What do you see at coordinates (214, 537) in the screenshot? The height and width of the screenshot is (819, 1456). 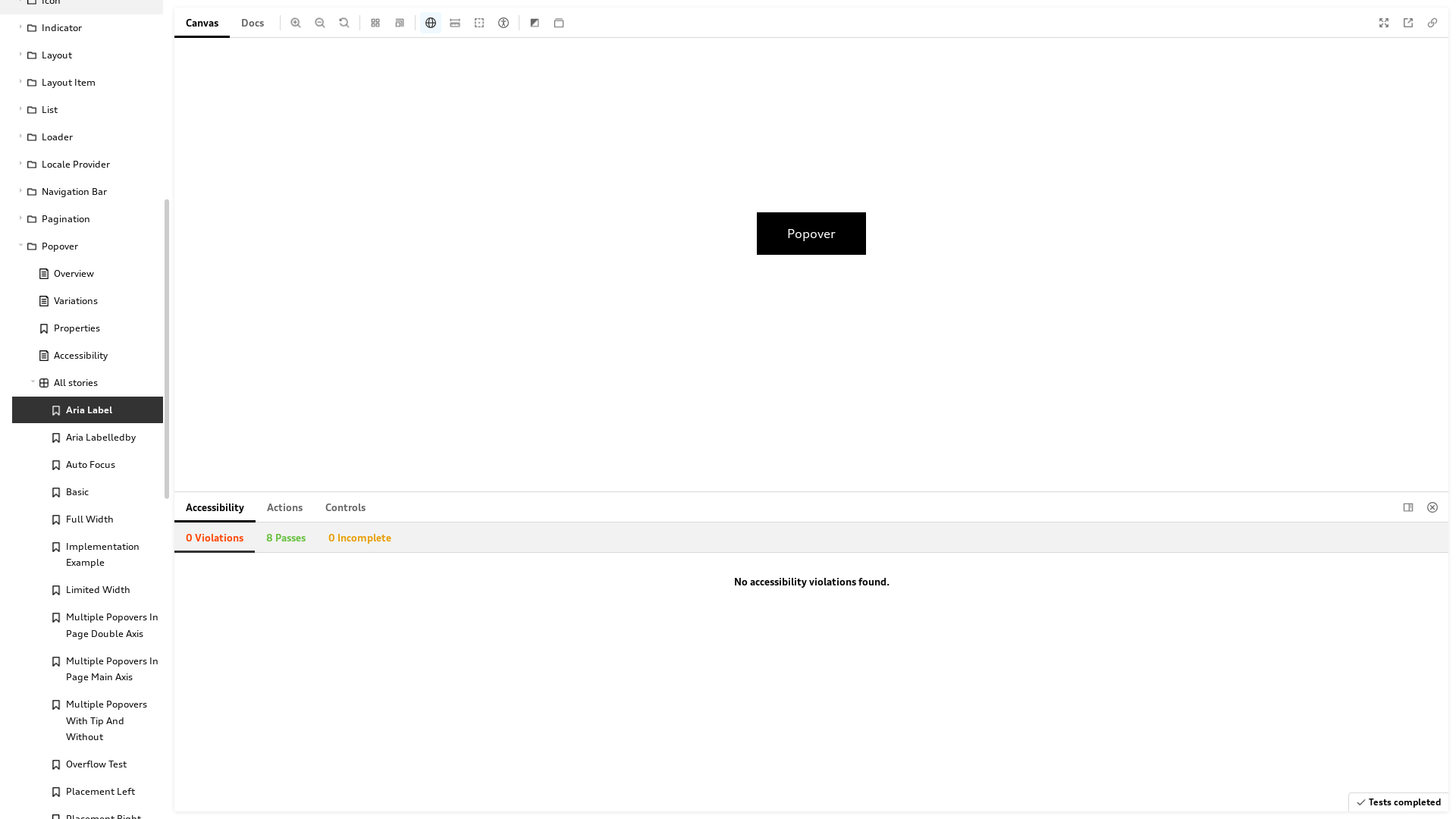 I see `'0 Violations'` at bounding box center [214, 537].